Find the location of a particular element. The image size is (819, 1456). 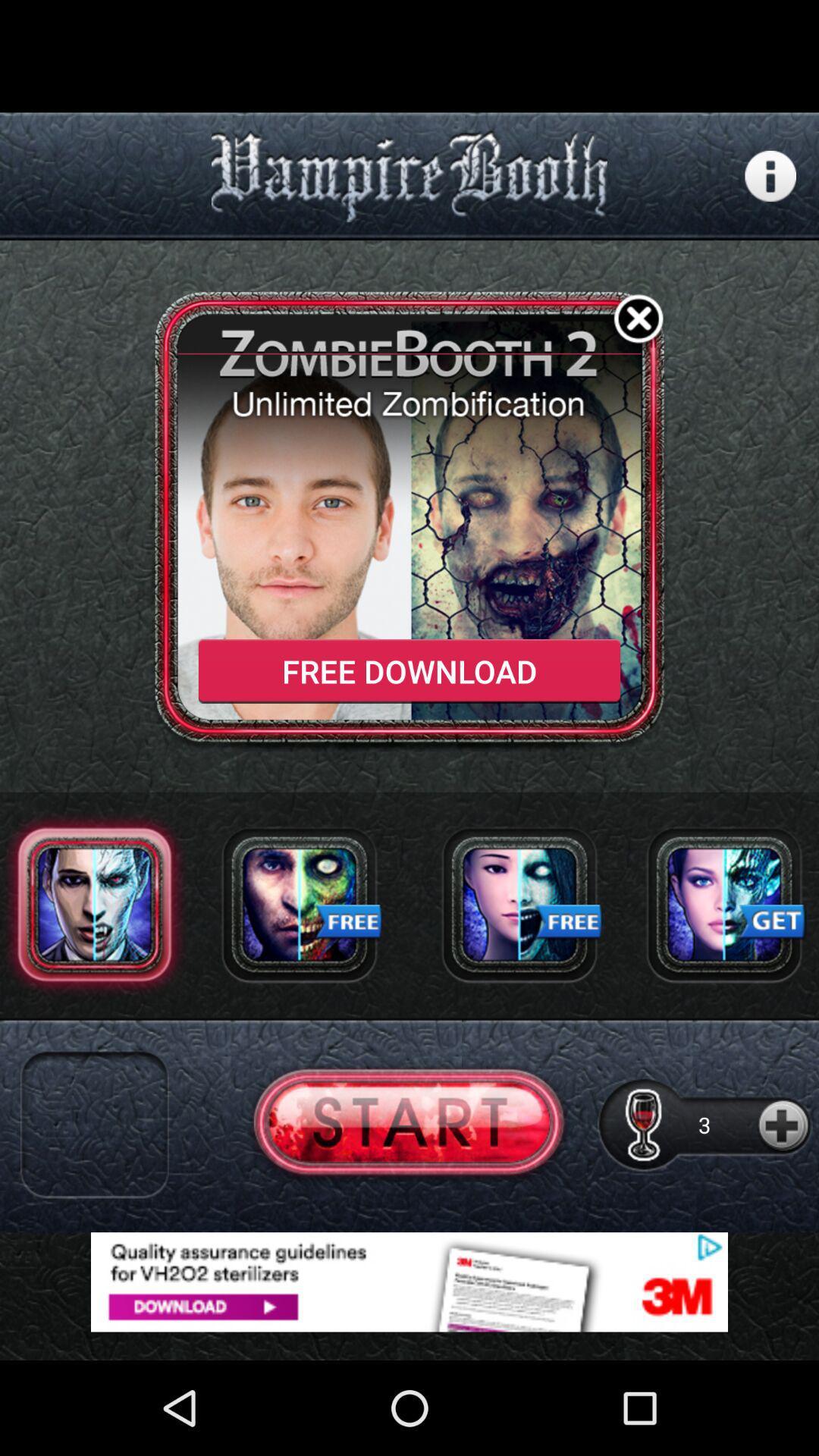

get app open is located at coordinates (723, 904).